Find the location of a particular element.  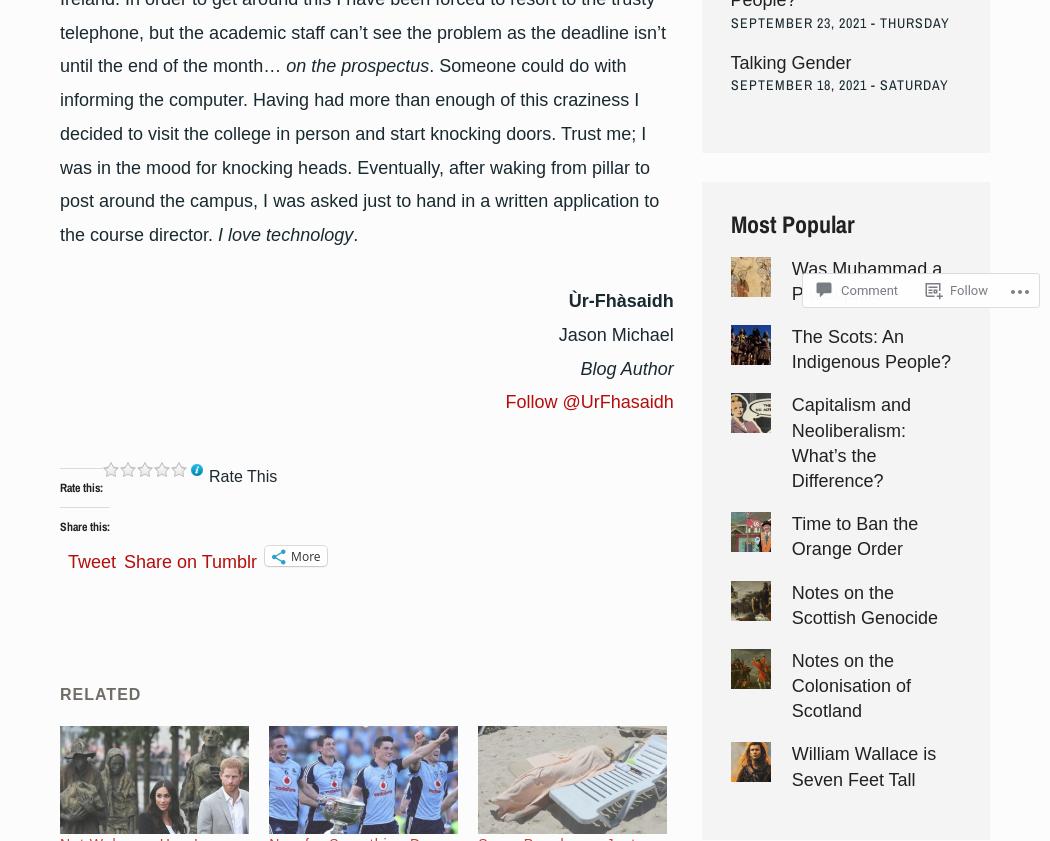

'. Someone could do with informing the computer. Having had more than enough of this craziness I decided to visit the college in person and start knocking doors. Trust me; I was in the mood for knocking heads. Eventually, after waking from pillar to post around the campus, I was asked just to hand in a written application to the course director.' is located at coordinates (358, 149).